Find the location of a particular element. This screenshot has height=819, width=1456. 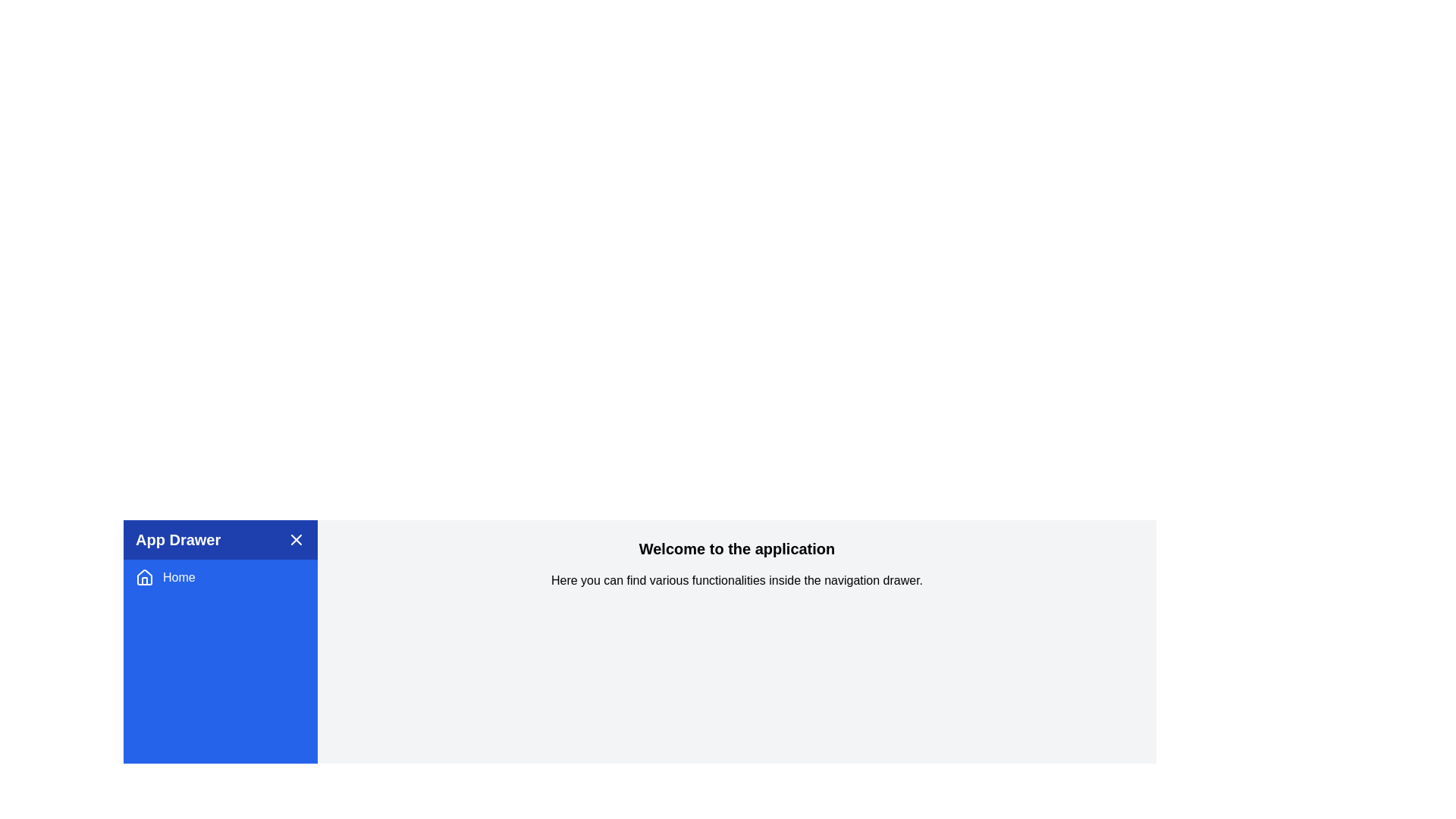

the 'X' icon in the top-right corner of the app drawer header is located at coordinates (296, 539).